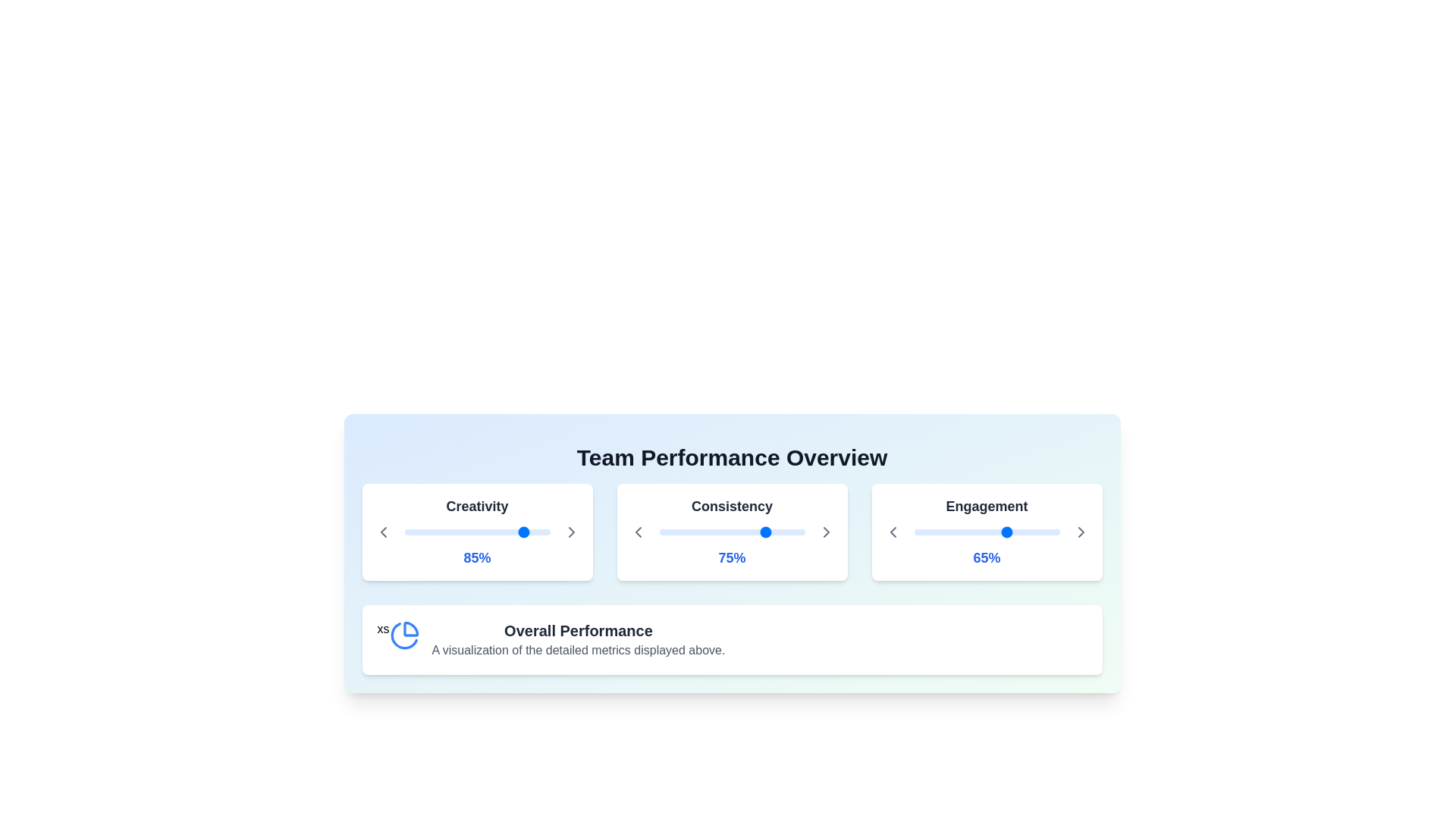 Image resolution: width=1456 pixels, height=819 pixels. Describe the element at coordinates (403, 635) in the screenshot. I see `the blue arc segment of the pie chart icon located in the lower-left section of the card under 'Overall Performance'` at that location.